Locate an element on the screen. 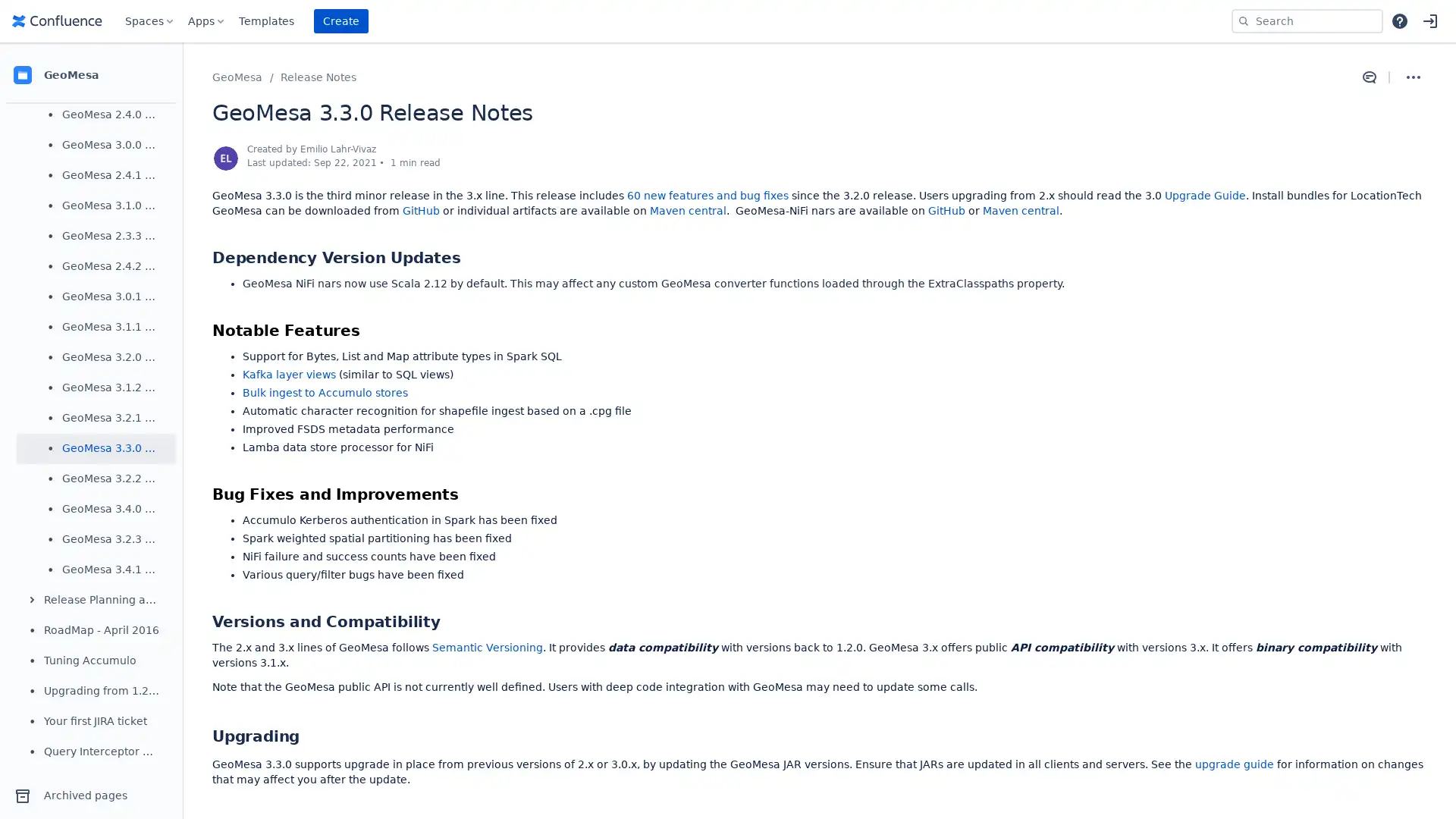 The height and width of the screenshot is (819, 1456). Collapse sidebar is located at coordinates (182, 76).